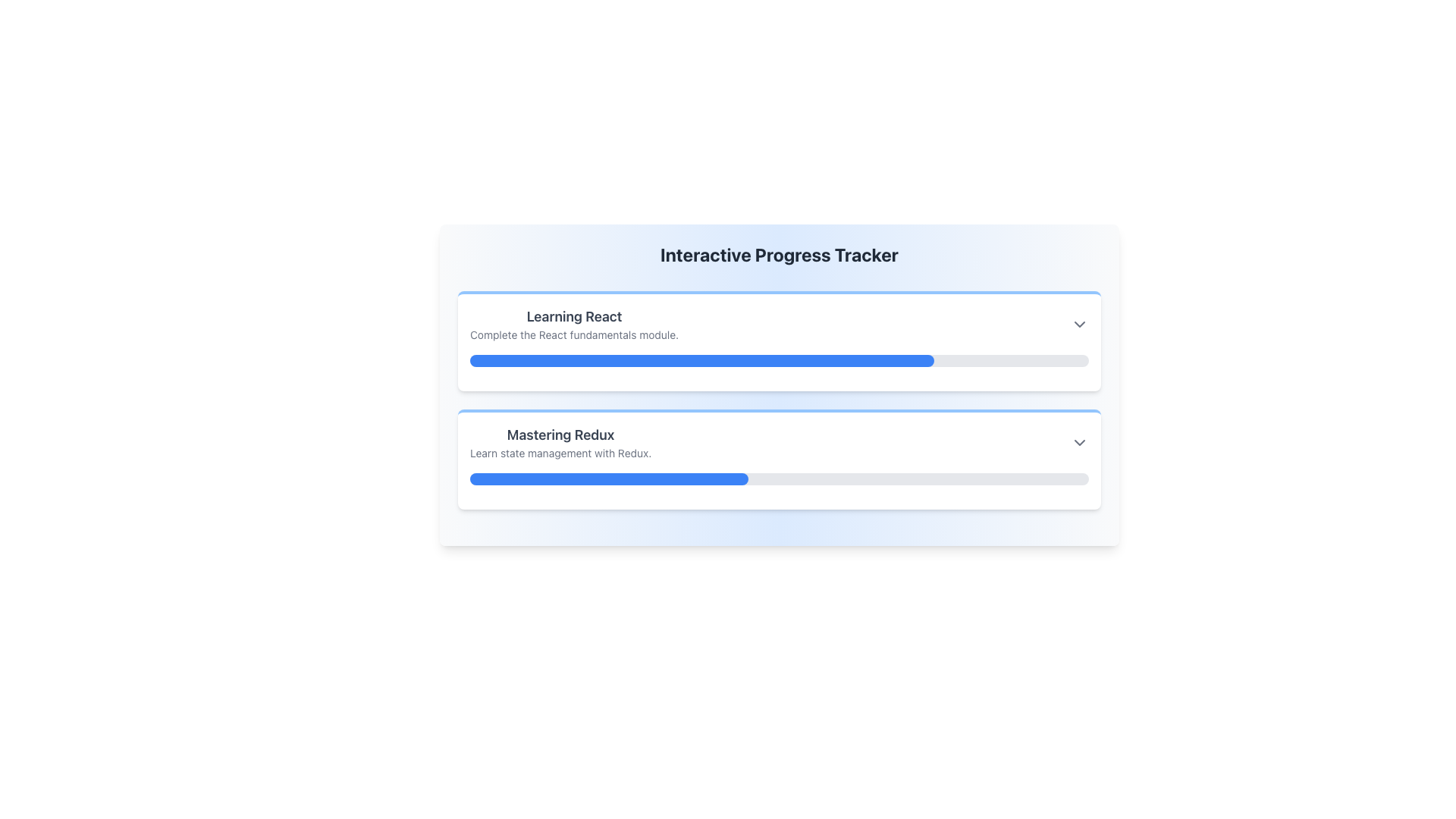 The width and height of the screenshot is (1456, 819). What do you see at coordinates (560, 452) in the screenshot?
I see `the descriptive text label providing additional context about 'Mastering Redux,' which is positioned below the bold heading` at bounding box center [560, 452].